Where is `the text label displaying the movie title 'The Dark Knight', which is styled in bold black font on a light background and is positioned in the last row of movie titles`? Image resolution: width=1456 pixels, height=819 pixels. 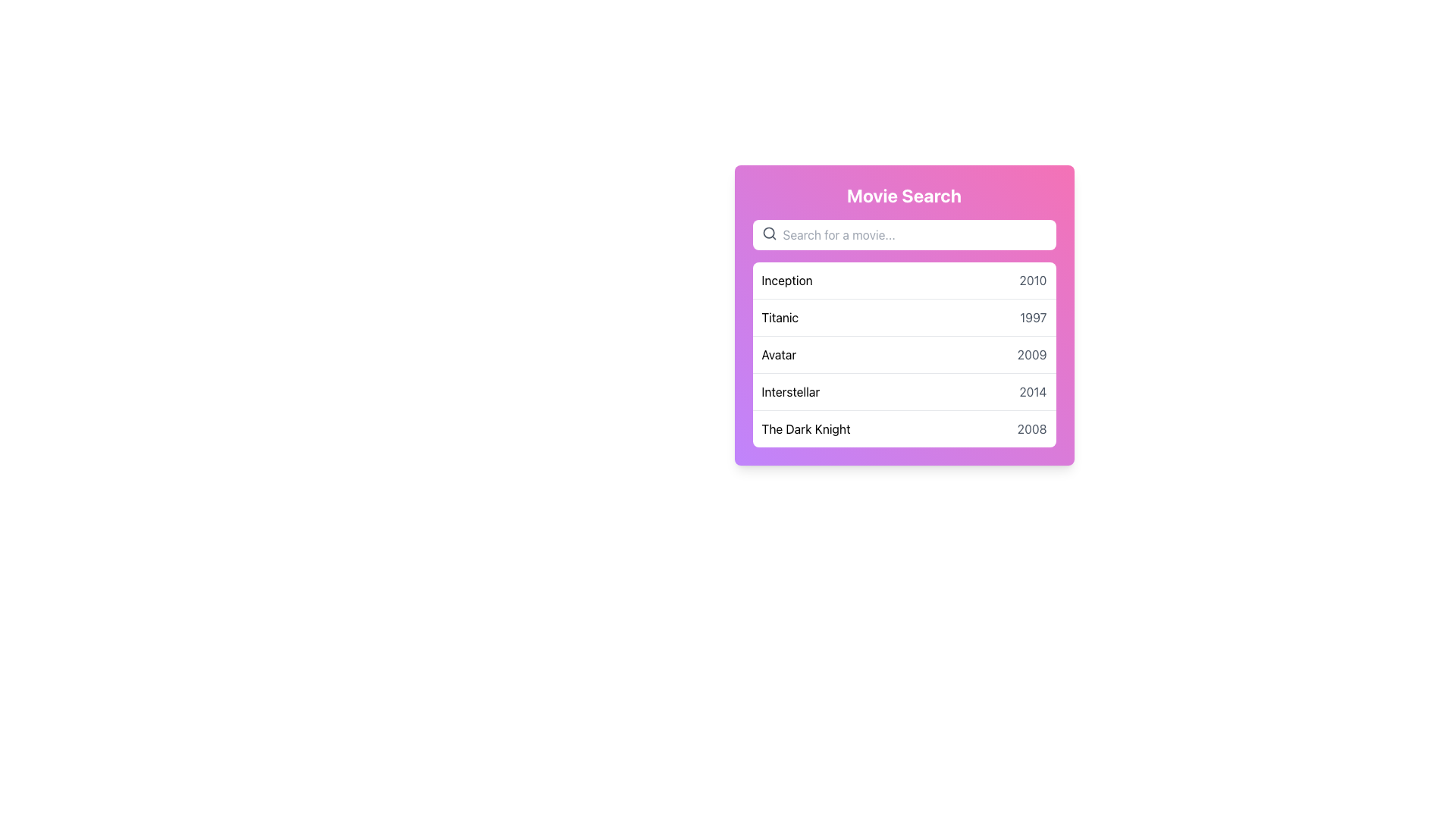 the text label displaying the movie title 'The Dark Knight', which is styled in bold black font on a light background and is positioned in the last row of movie titles is located at coordinates (805, 429).